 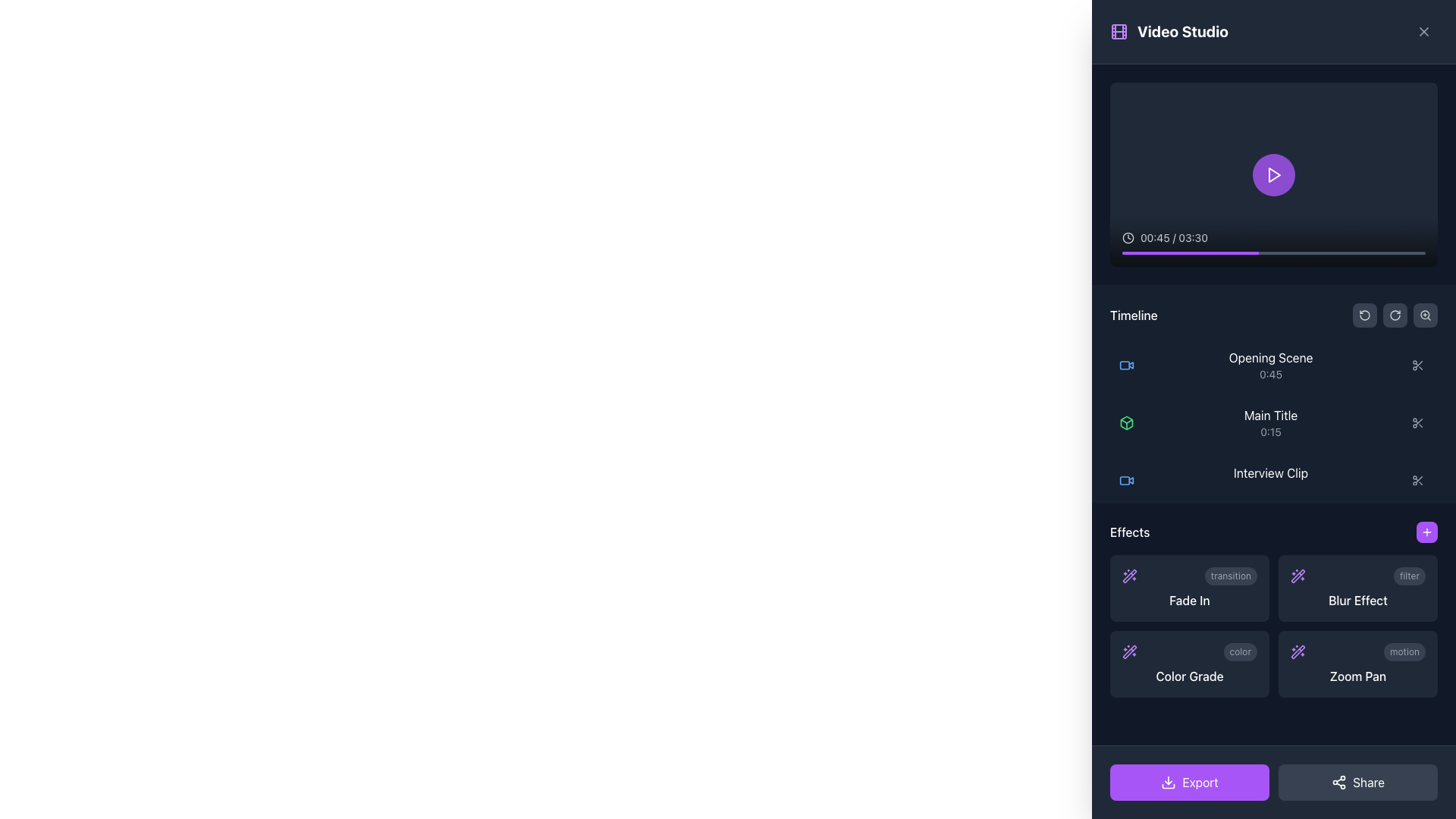 What do you see at coordinates (1417, 423) in the screenshot?
I see `the scissors icon button located in the right-hand section of the interface within the 'Timeline' region, specifically for the 'Main Title' timeline item` at bounding box center [1417, 423].